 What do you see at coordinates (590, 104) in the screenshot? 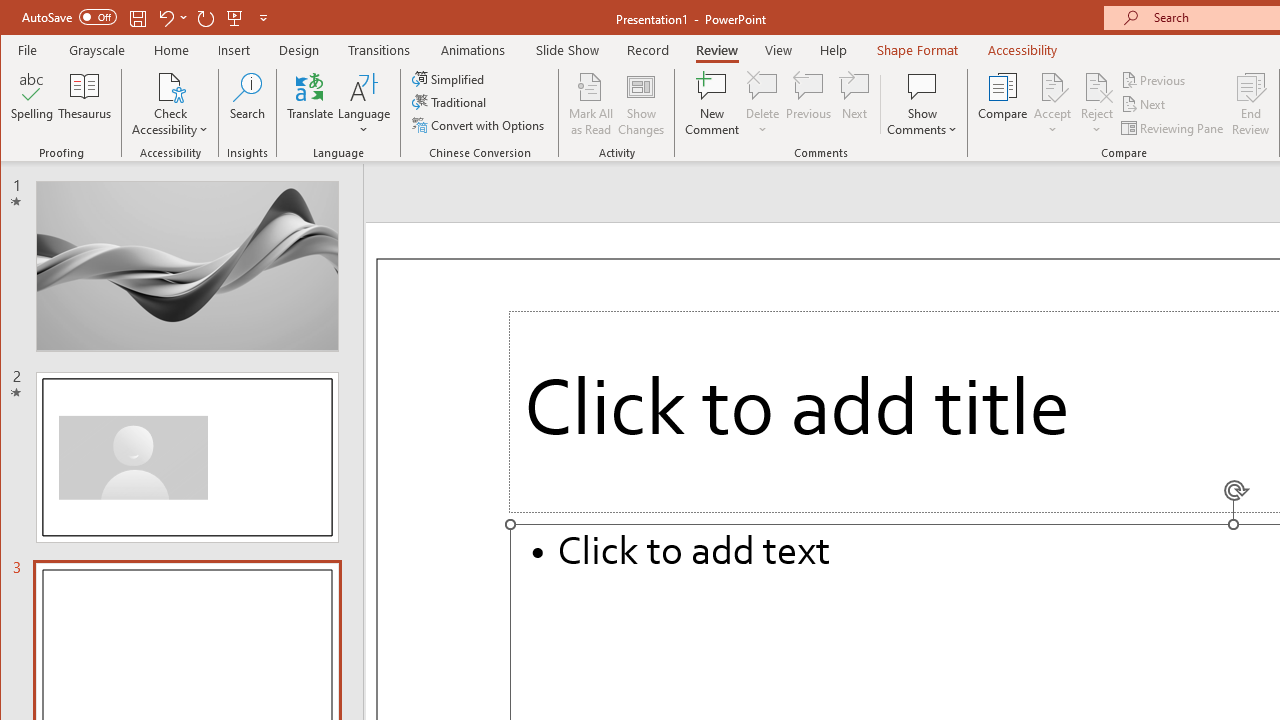
I see `'Mark All as Read'` at bounding box center [590, 104].